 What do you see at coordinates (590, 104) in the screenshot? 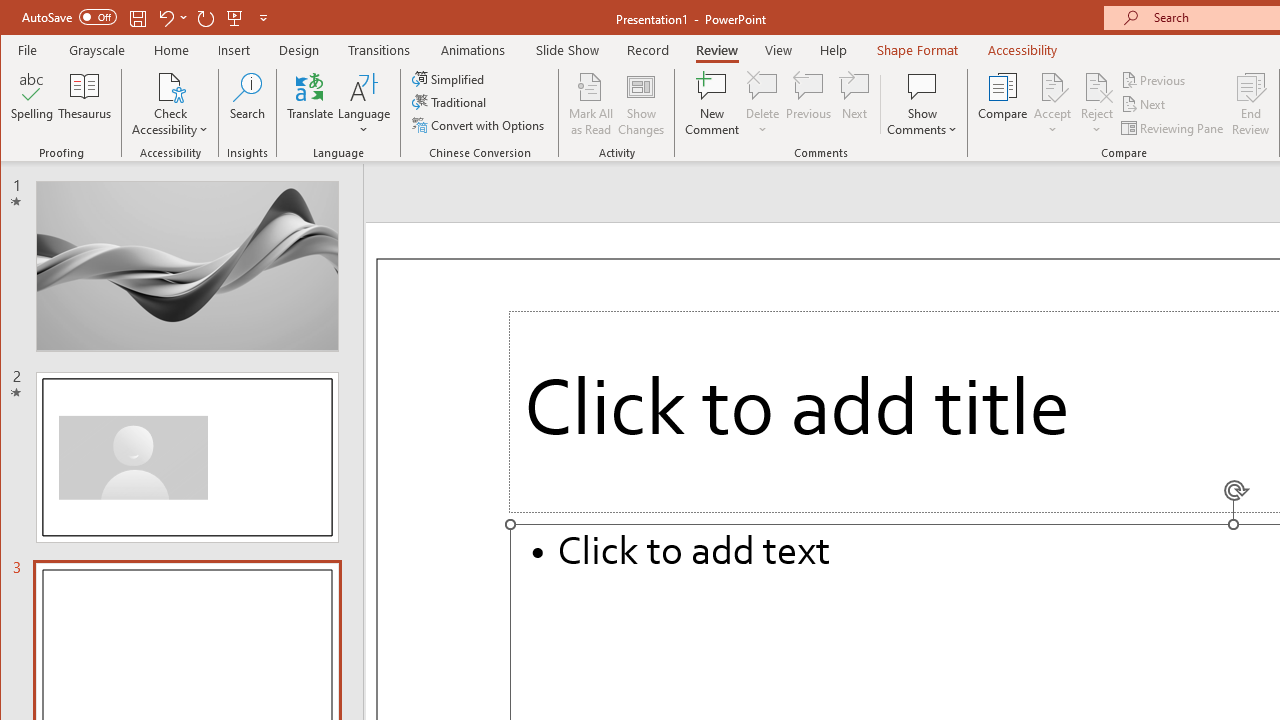
I see `'Mark All as Read'` at bounding box center [590, 104].